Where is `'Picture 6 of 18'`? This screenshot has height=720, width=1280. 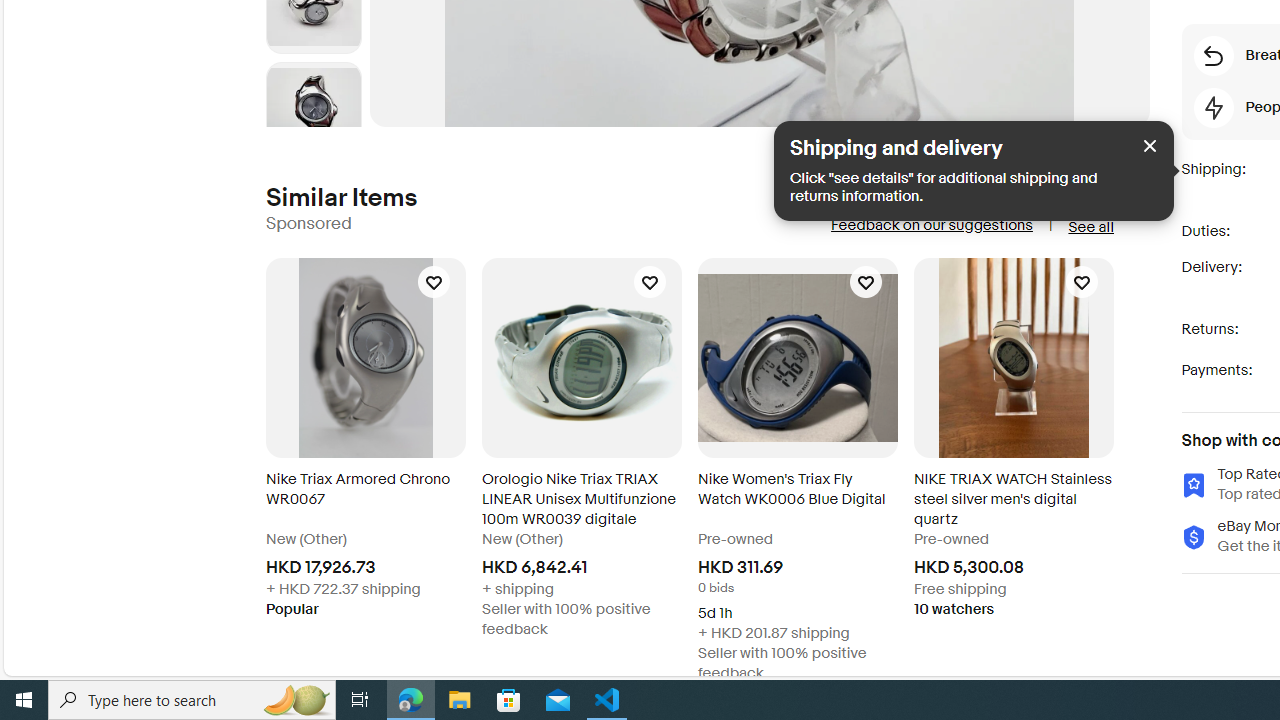
'Picture 6 of 18' is located at coordinates (312, 109).